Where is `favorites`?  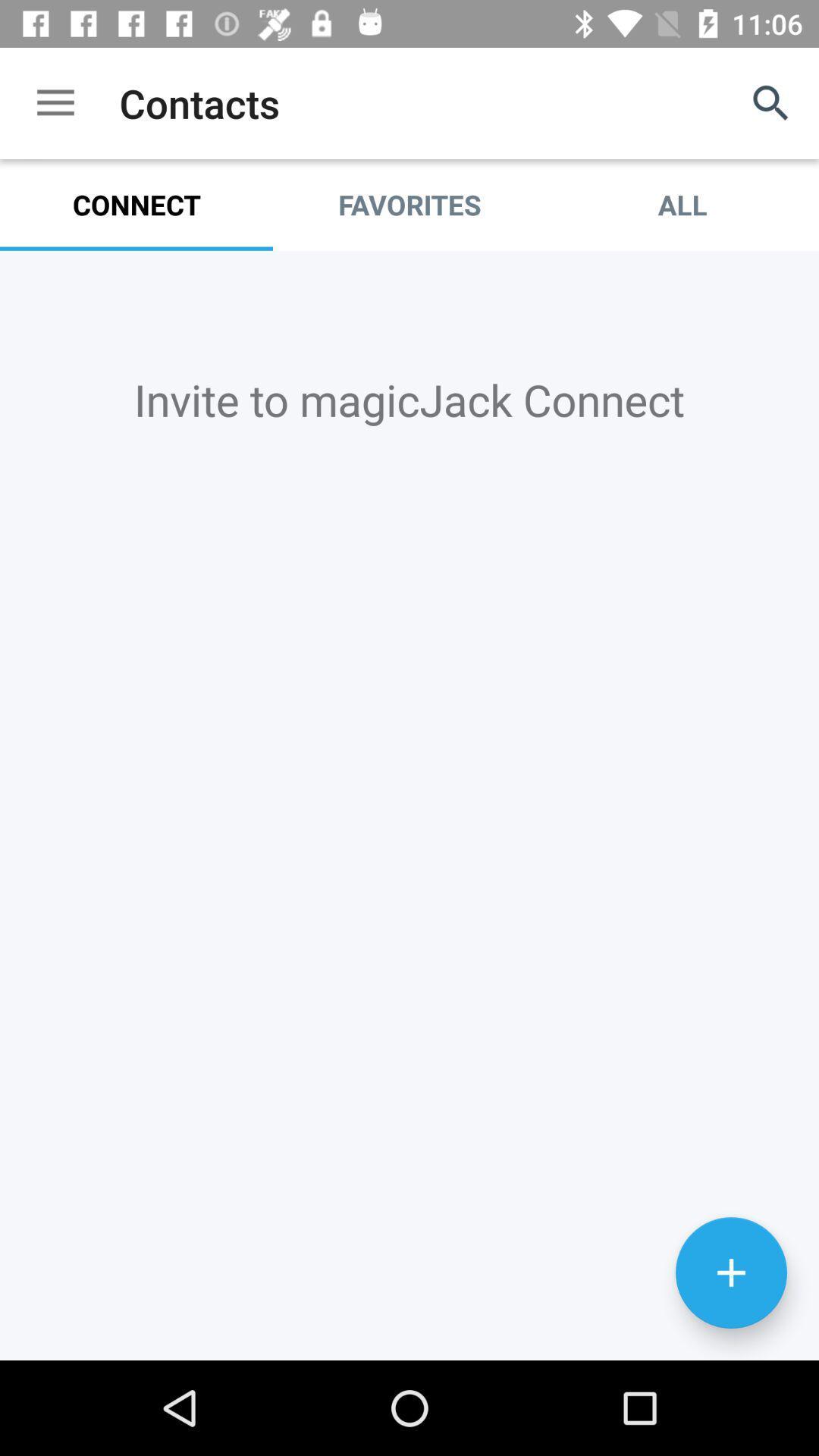
favorites is located at coordinates (409, 204).